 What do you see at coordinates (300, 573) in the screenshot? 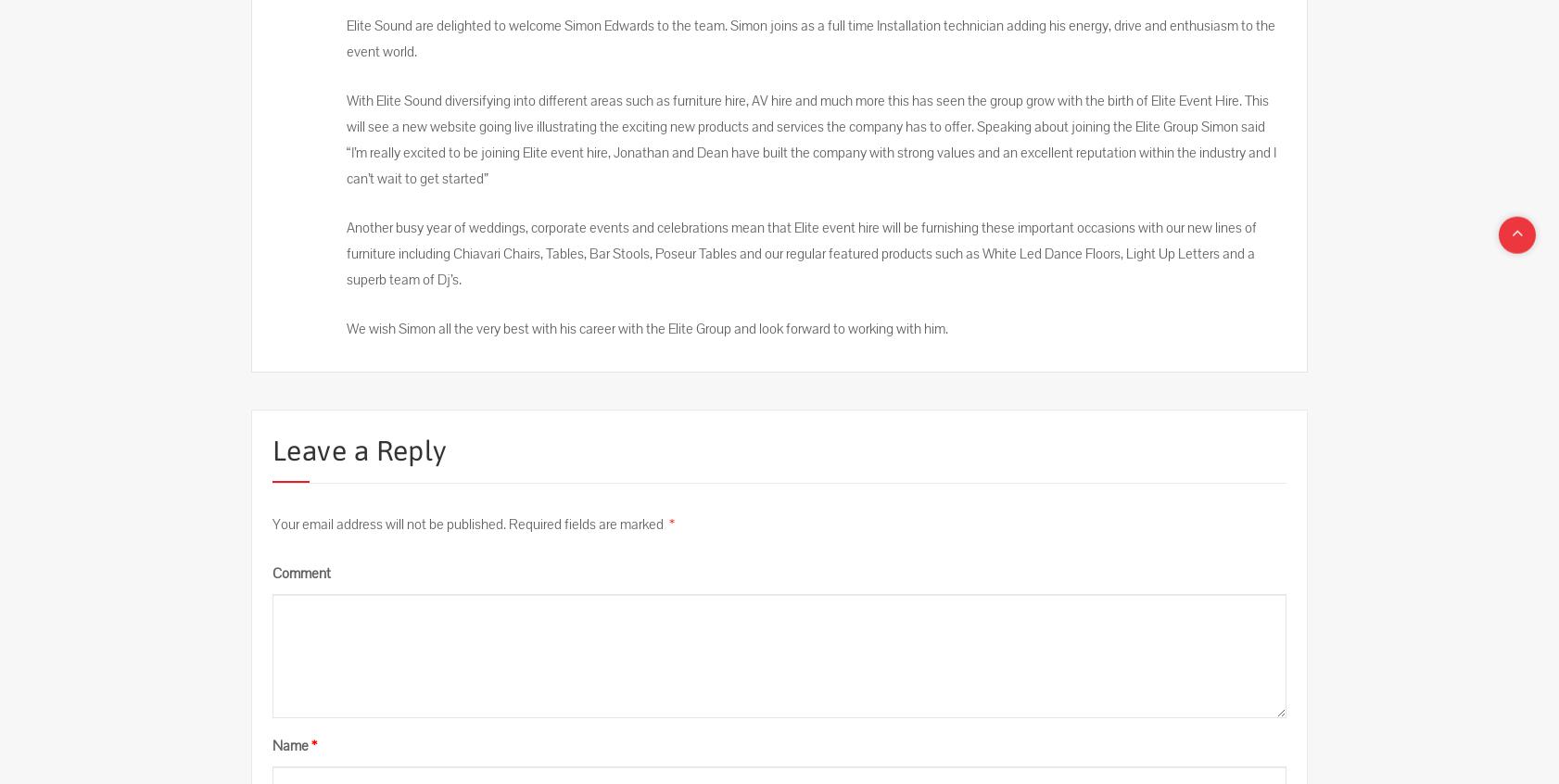
I see `'Comment'` at bounding box center [300, 573].